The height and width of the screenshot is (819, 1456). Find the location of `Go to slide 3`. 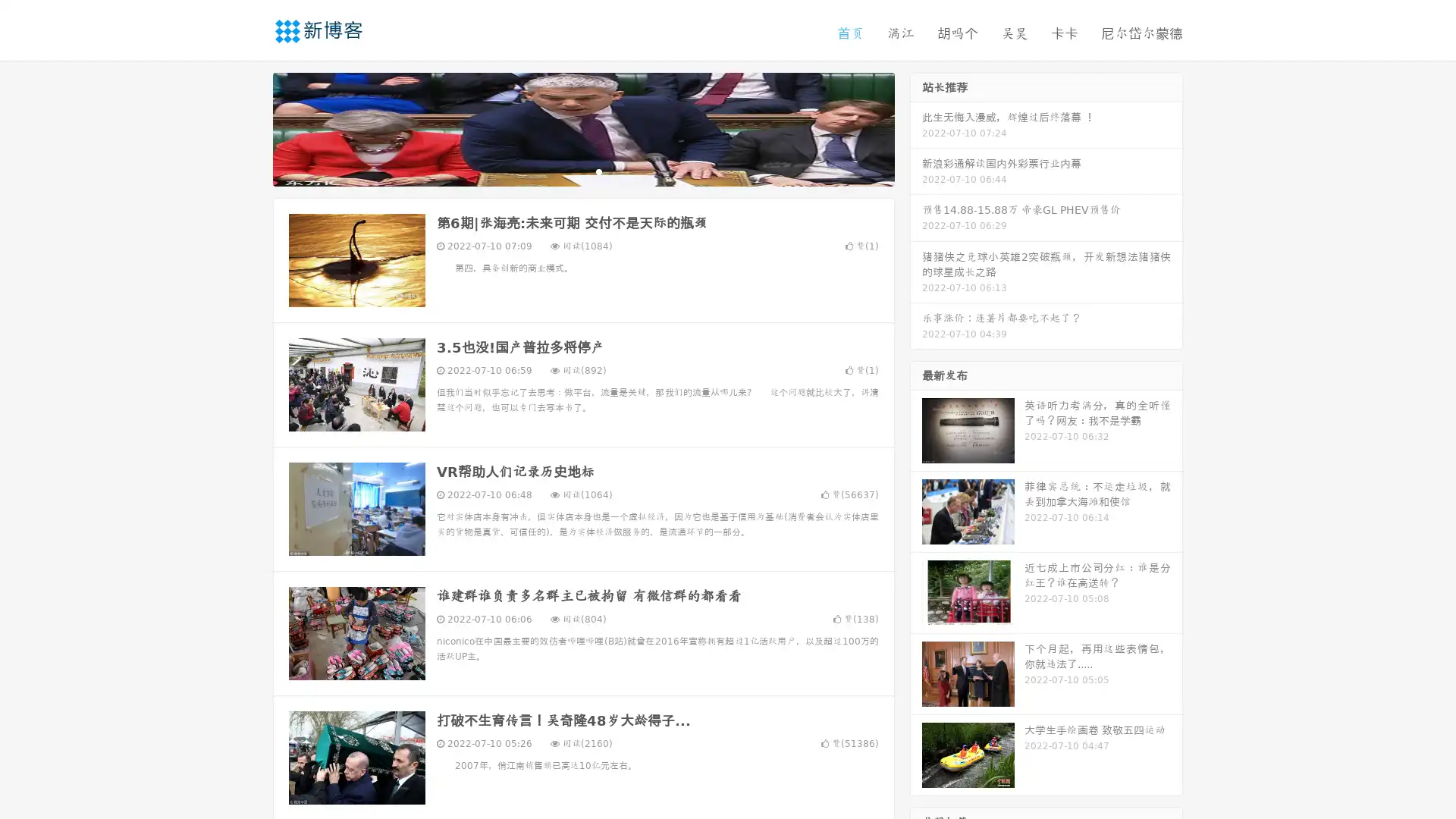

Go to slide 3 is located at coordinates (598, 171).